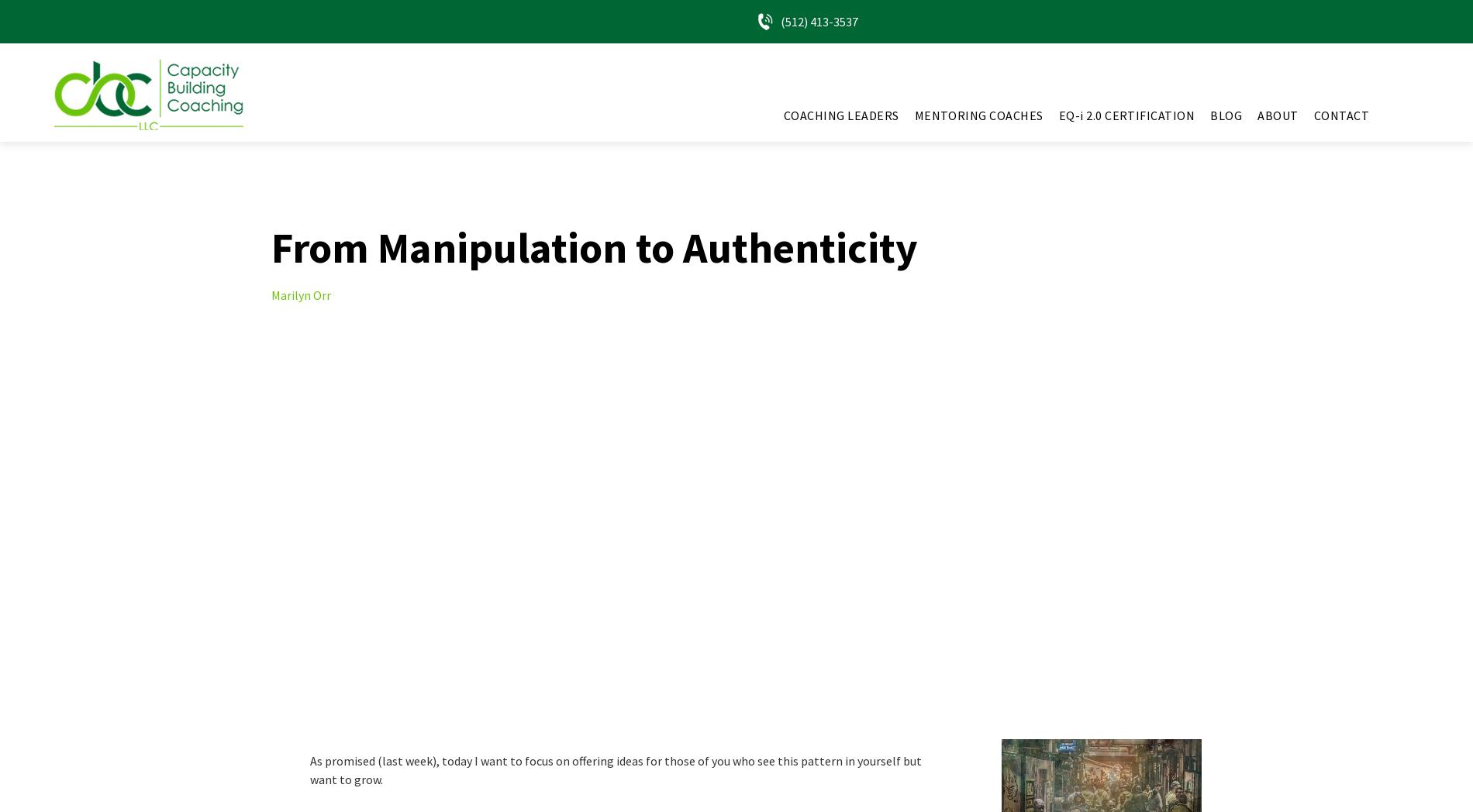 Image resolution: width=1473 pixels, height=812 pixels. I want to click on 'EQ-i 2.0  CERTIFICATION', so click(1126, 115).